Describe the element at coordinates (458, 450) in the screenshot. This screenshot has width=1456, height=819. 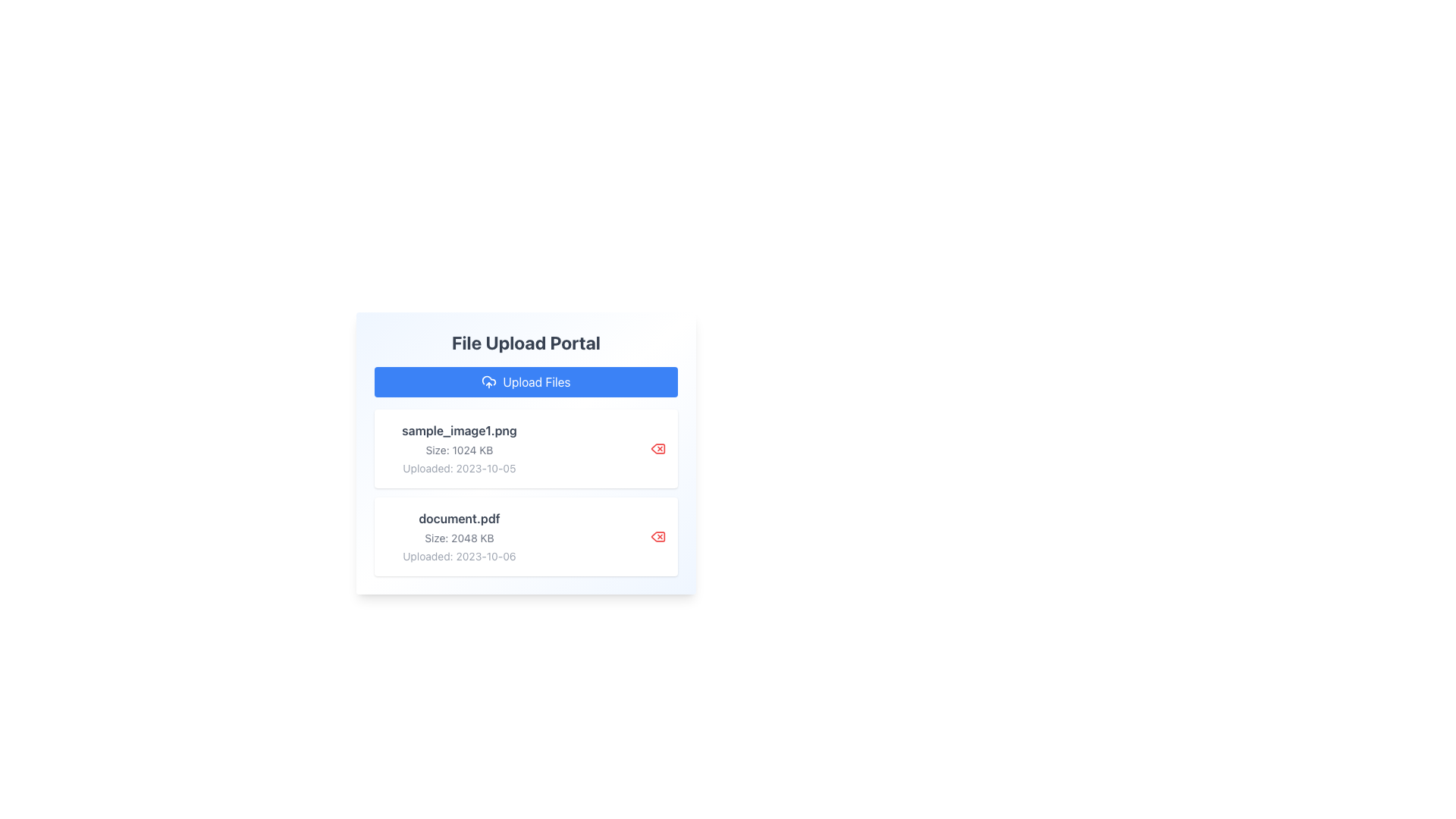
I see `text from the Text Label displaying the file size information, which is formatted as 'Size: 1024 KB' and is located below the file name 'sample_image1.png'` at that location.